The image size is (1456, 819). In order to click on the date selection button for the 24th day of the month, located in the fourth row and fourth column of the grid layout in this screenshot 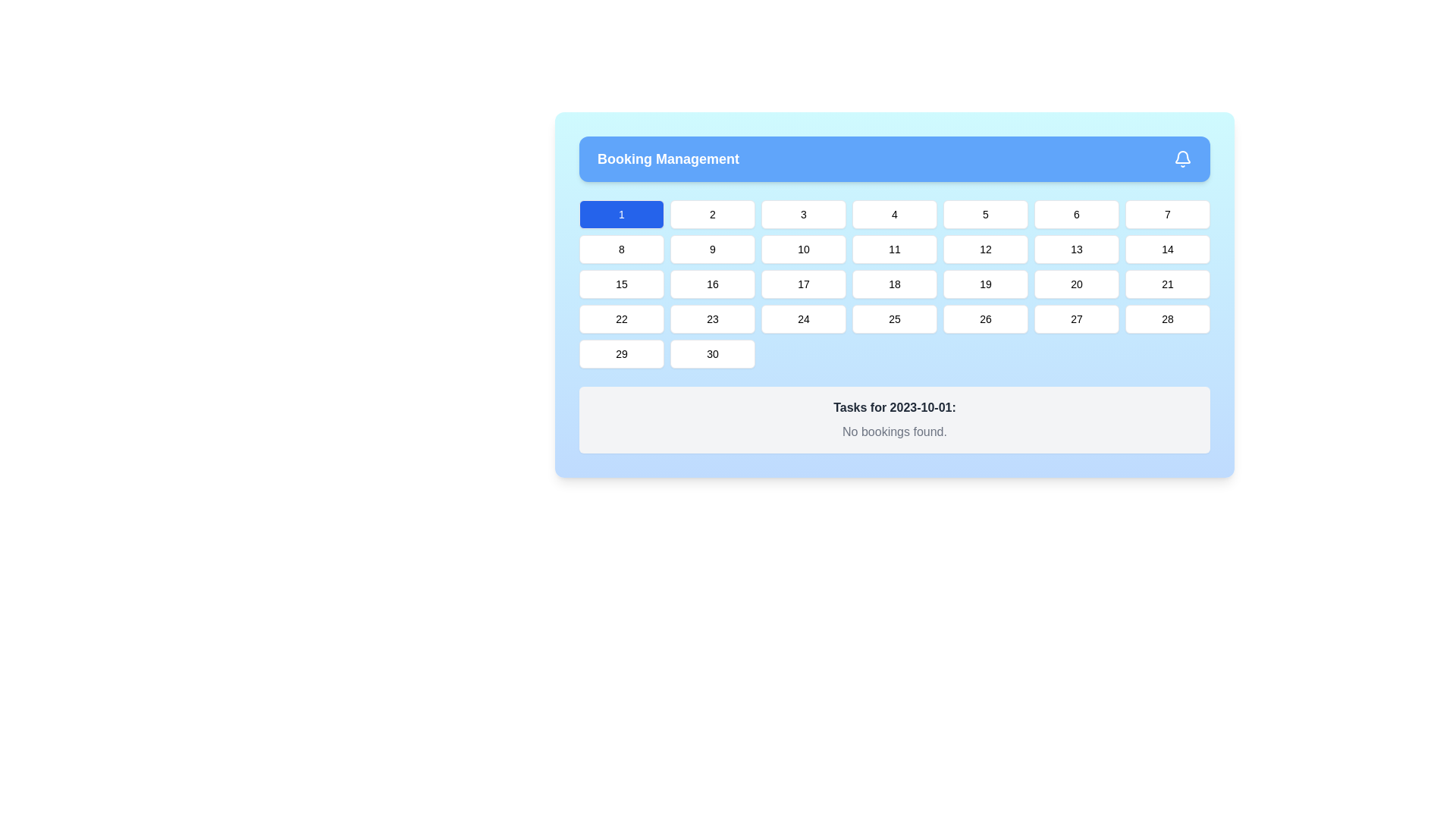, I will do `click(803, 318)`.